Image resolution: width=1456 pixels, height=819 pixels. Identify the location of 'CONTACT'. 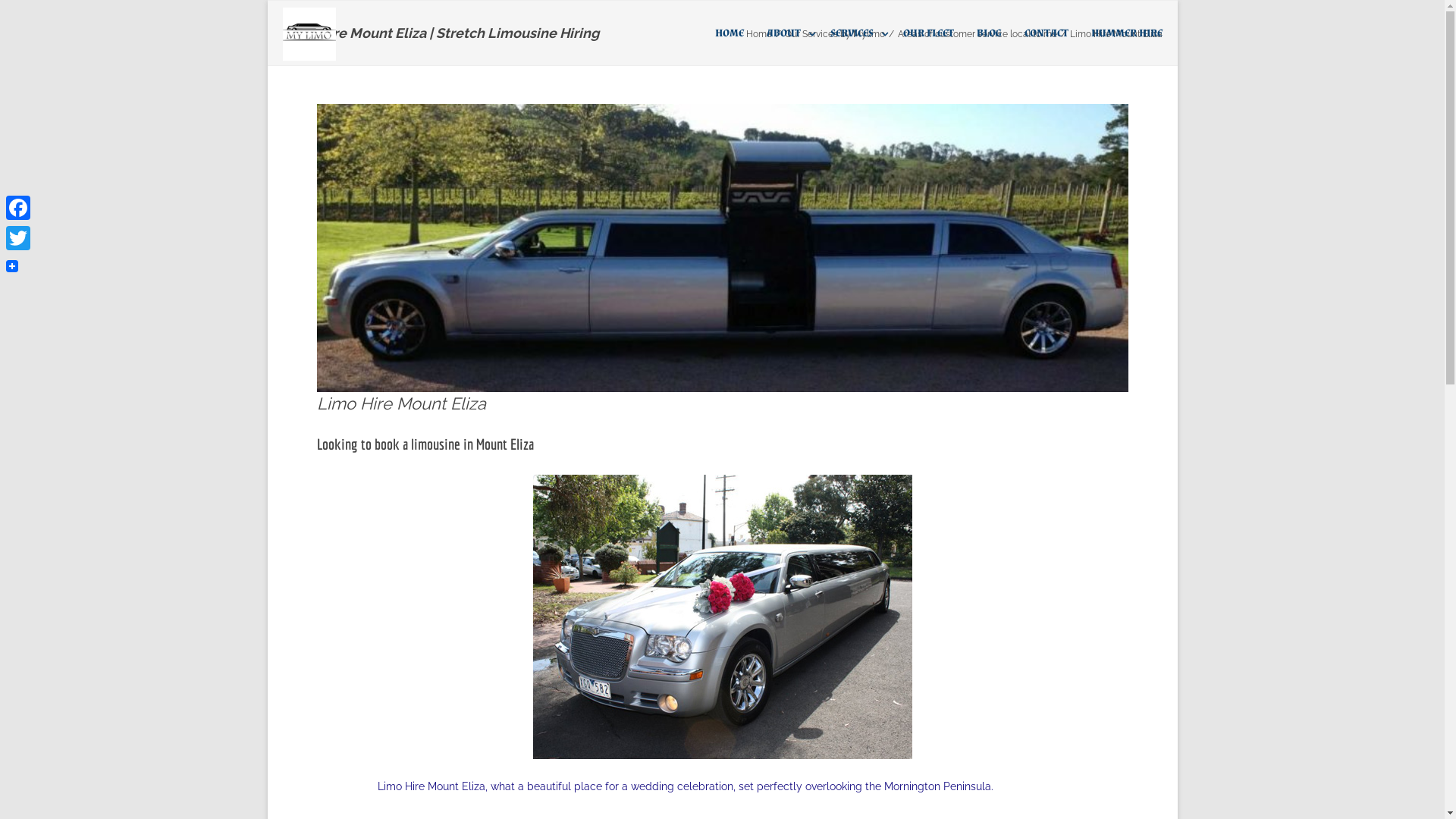
(1023, 33).